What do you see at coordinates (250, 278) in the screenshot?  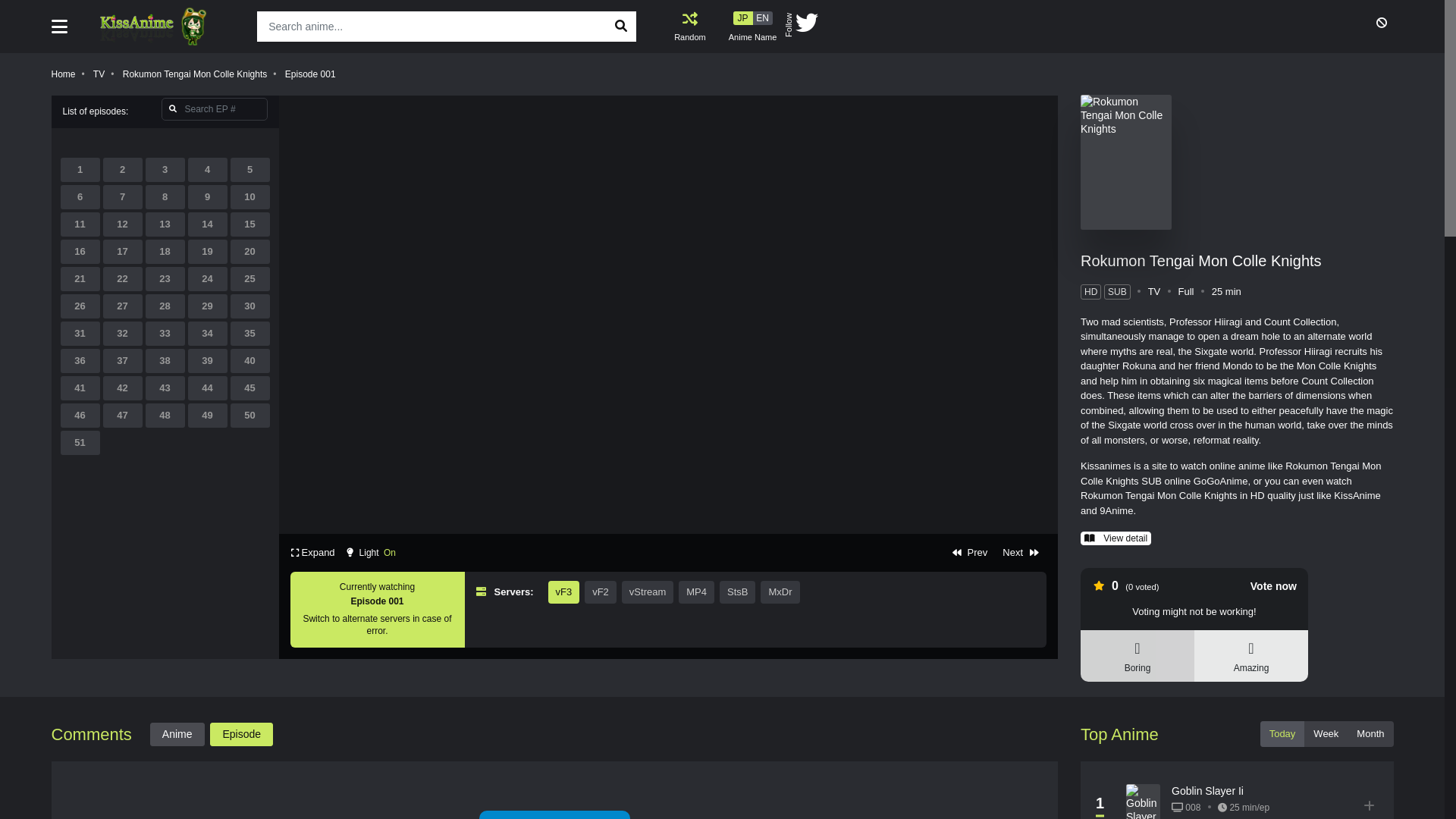 I see `'25'` at bounding box center [250, 278].